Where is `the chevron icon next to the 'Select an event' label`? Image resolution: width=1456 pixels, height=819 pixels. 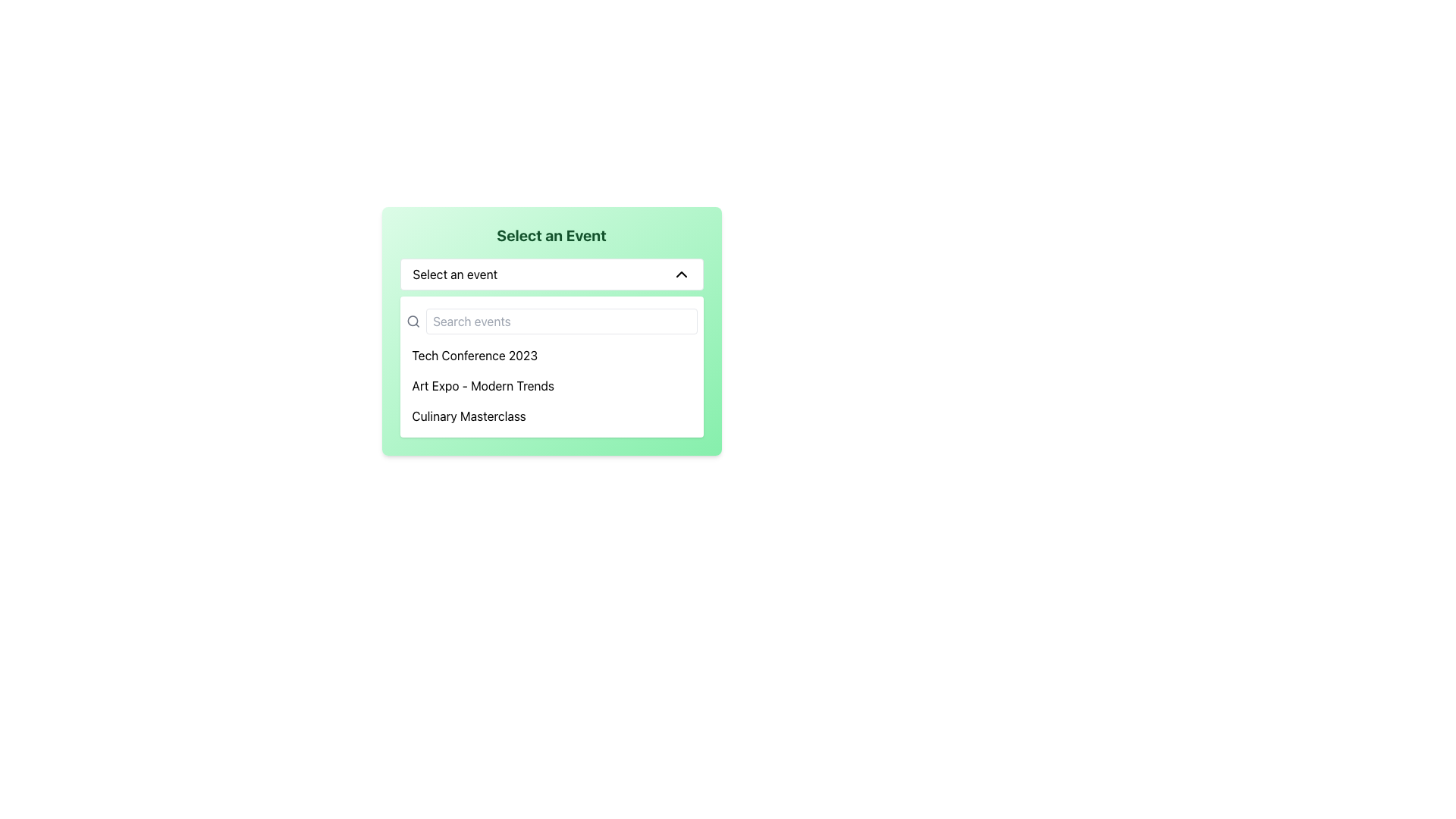 the chevron icon next to the 'Select an event' label is located at coordinates (680, 275).